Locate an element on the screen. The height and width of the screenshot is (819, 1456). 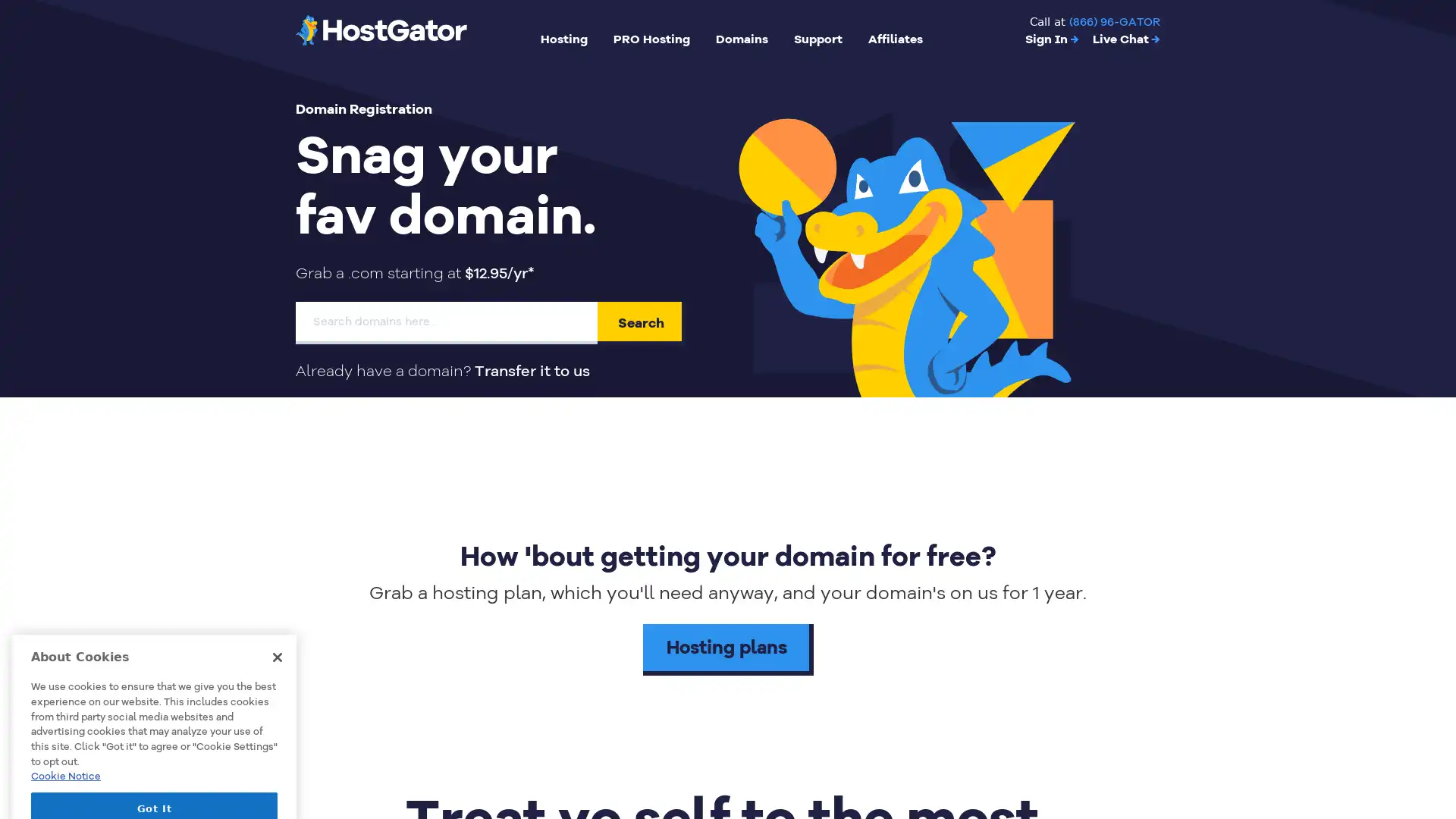
Got It is located at coordinates (154, 719).